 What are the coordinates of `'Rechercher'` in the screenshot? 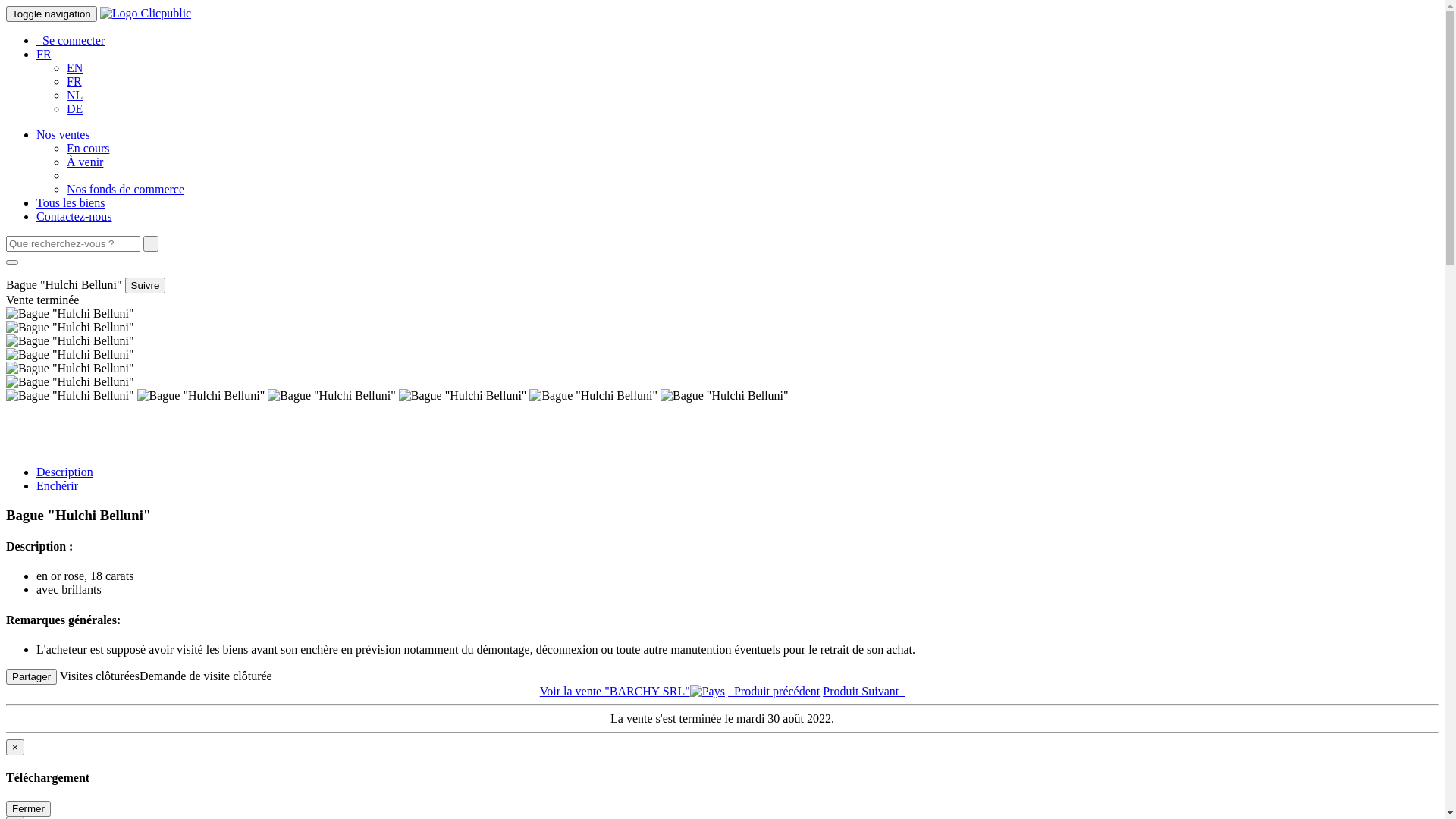 It's located at (150, 243).